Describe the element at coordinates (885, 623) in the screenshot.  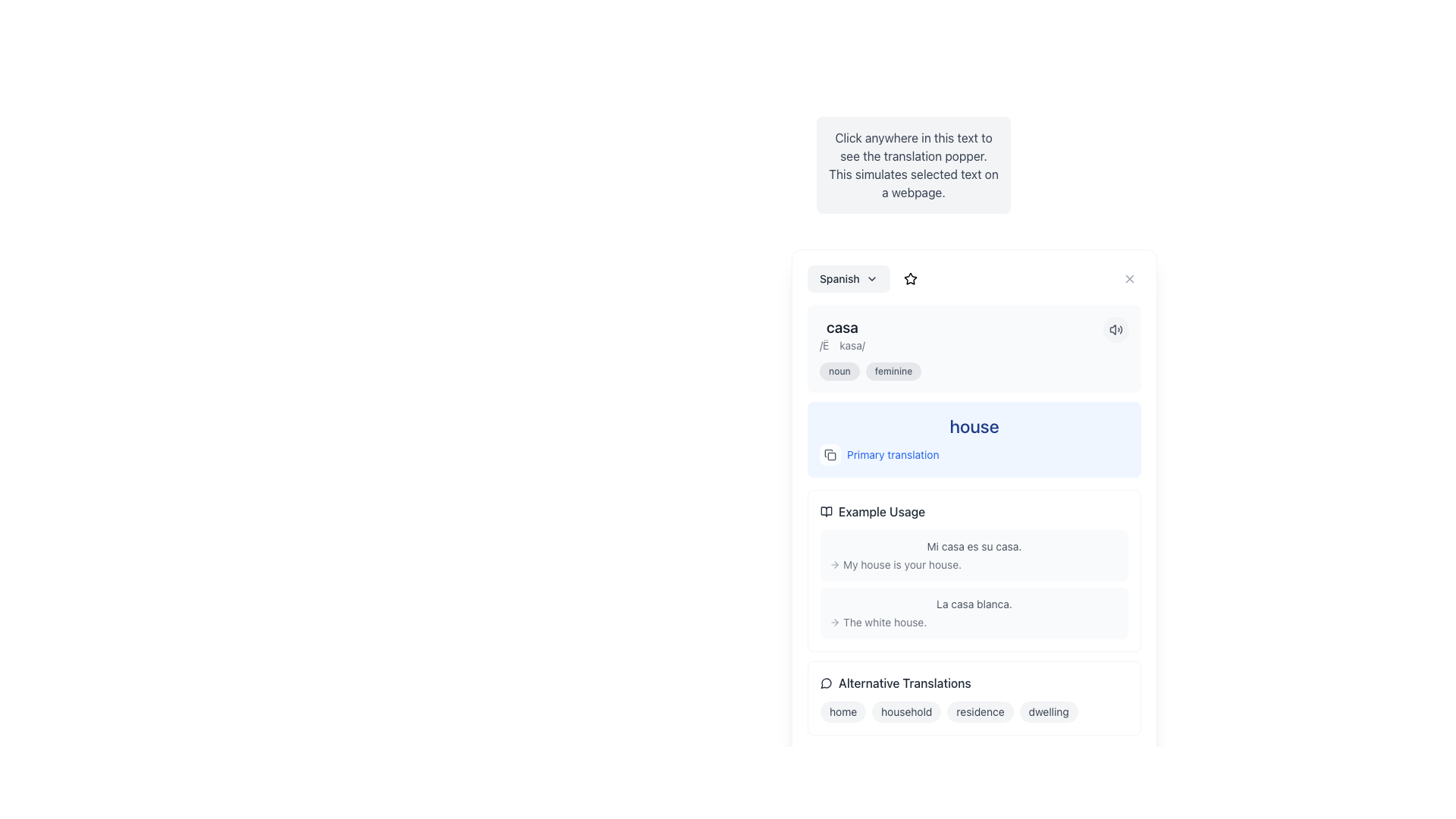
I see `the text displaying the phrase 'The white house.' styled in gray font color and belonging to the CSS class 'text-gray-500' within the example usage section` at that location.